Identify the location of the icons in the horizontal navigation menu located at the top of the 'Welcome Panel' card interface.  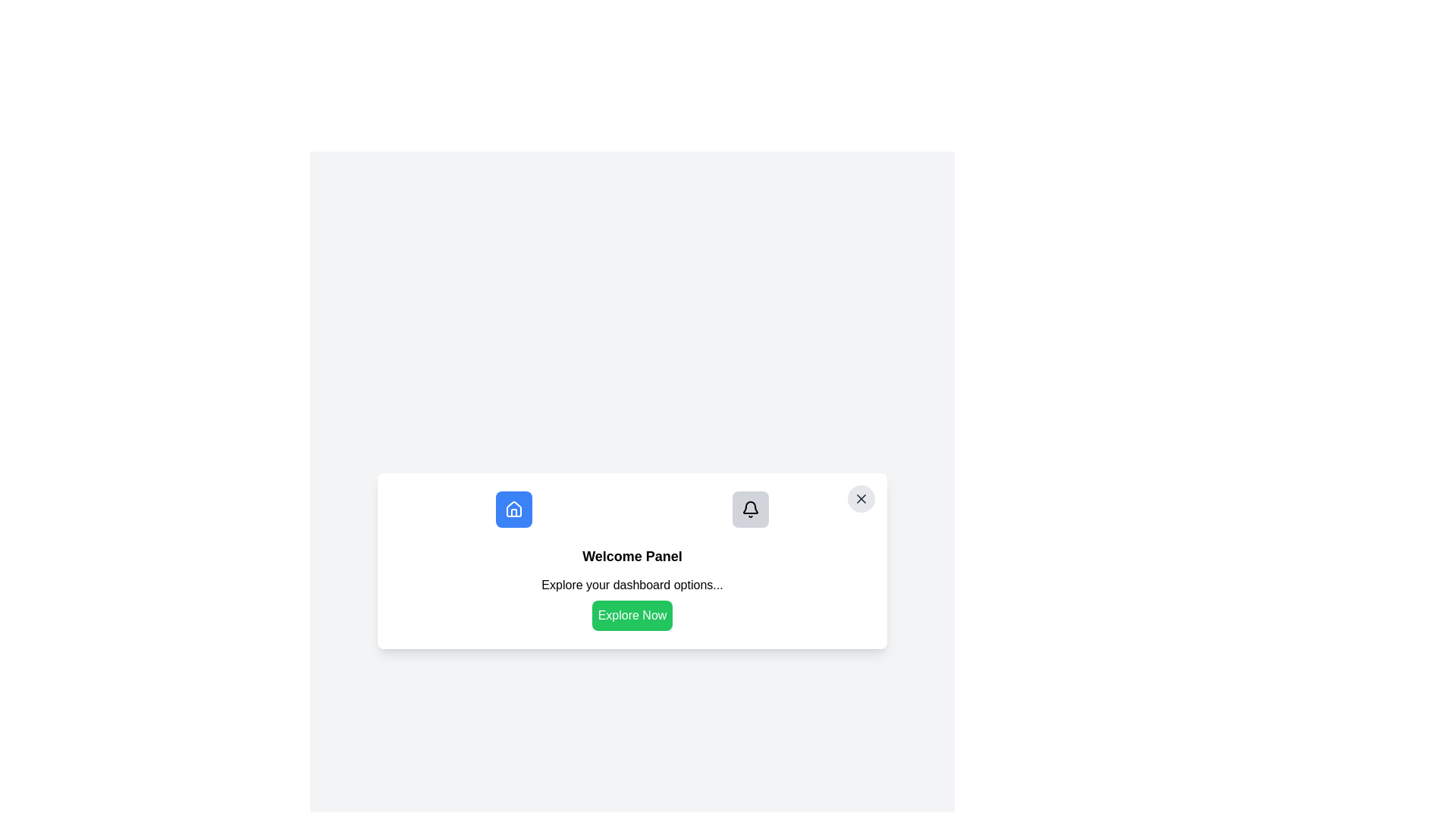
(632, 509).